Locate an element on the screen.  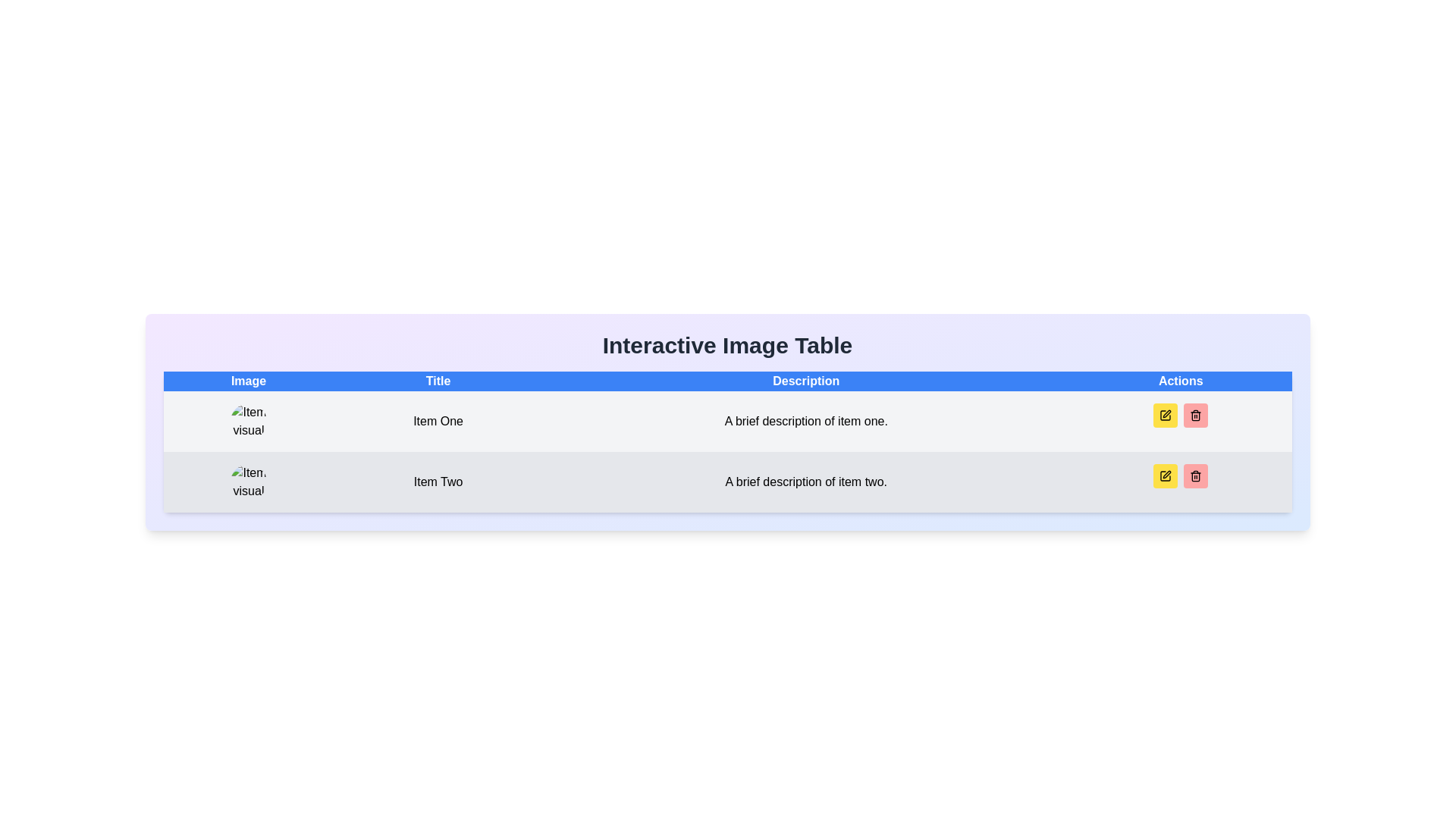
the editing icon located in the second row under the 'Actions' column of the 'Interactive Image Table' is located at coordinates (1166, 414).